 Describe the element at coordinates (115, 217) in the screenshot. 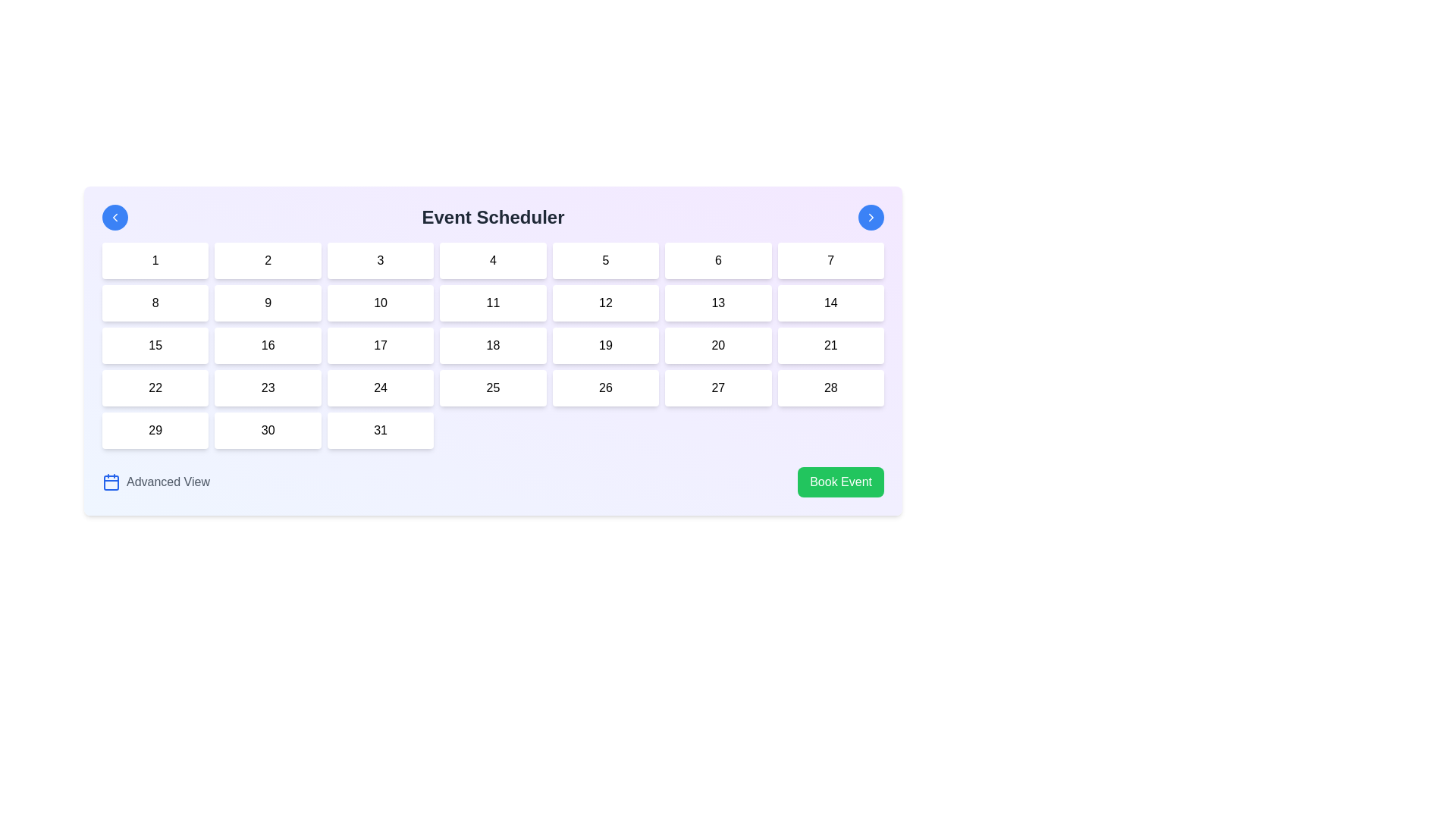

I see `the blue rounded button with a white left-pointing chevron icon` at that location.